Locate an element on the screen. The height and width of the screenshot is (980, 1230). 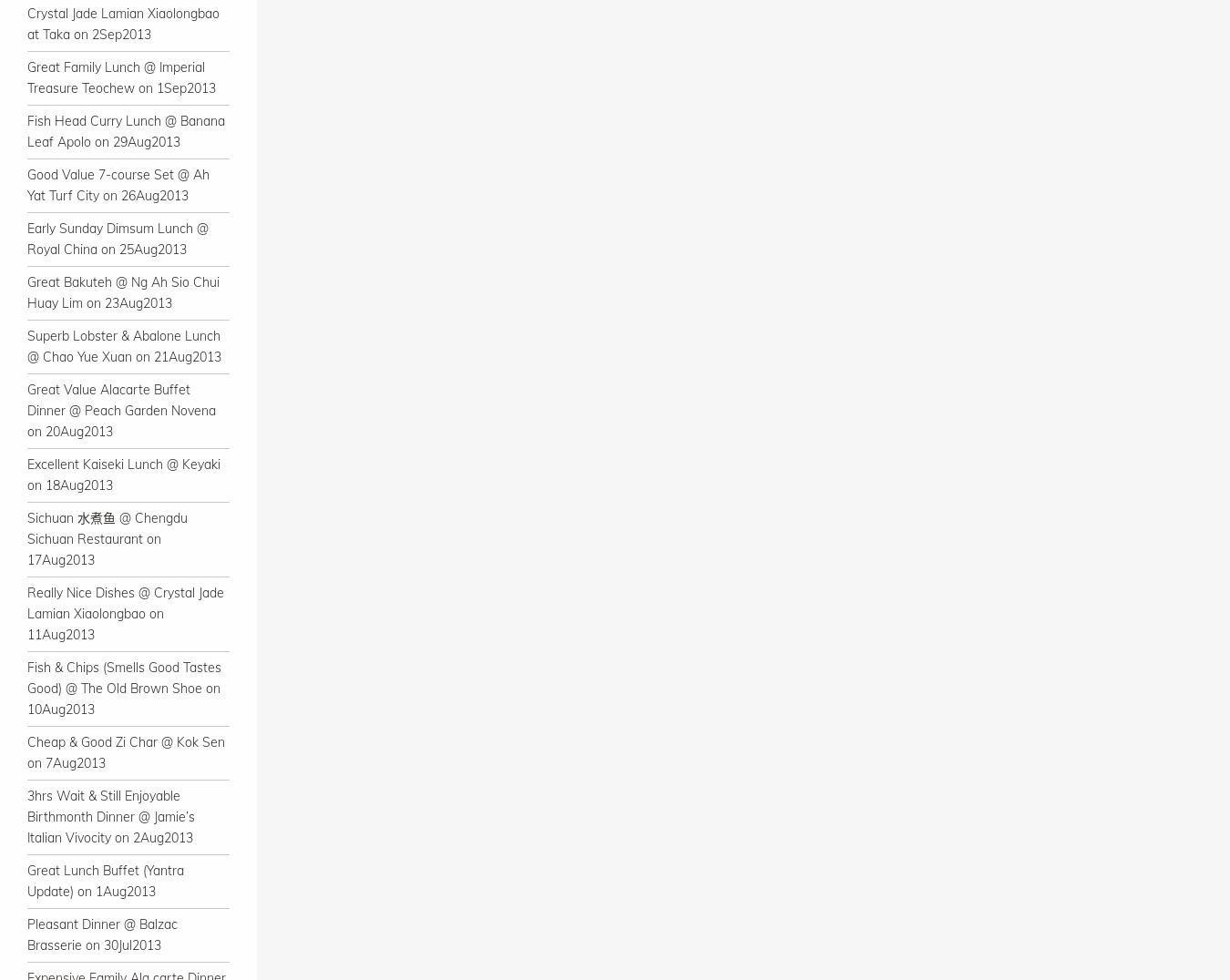
'Fish & Chips (Smells Good Tastes Good) @ The Old Brown Shoe on 10Aug2013' is located at coordinates (26, 687).